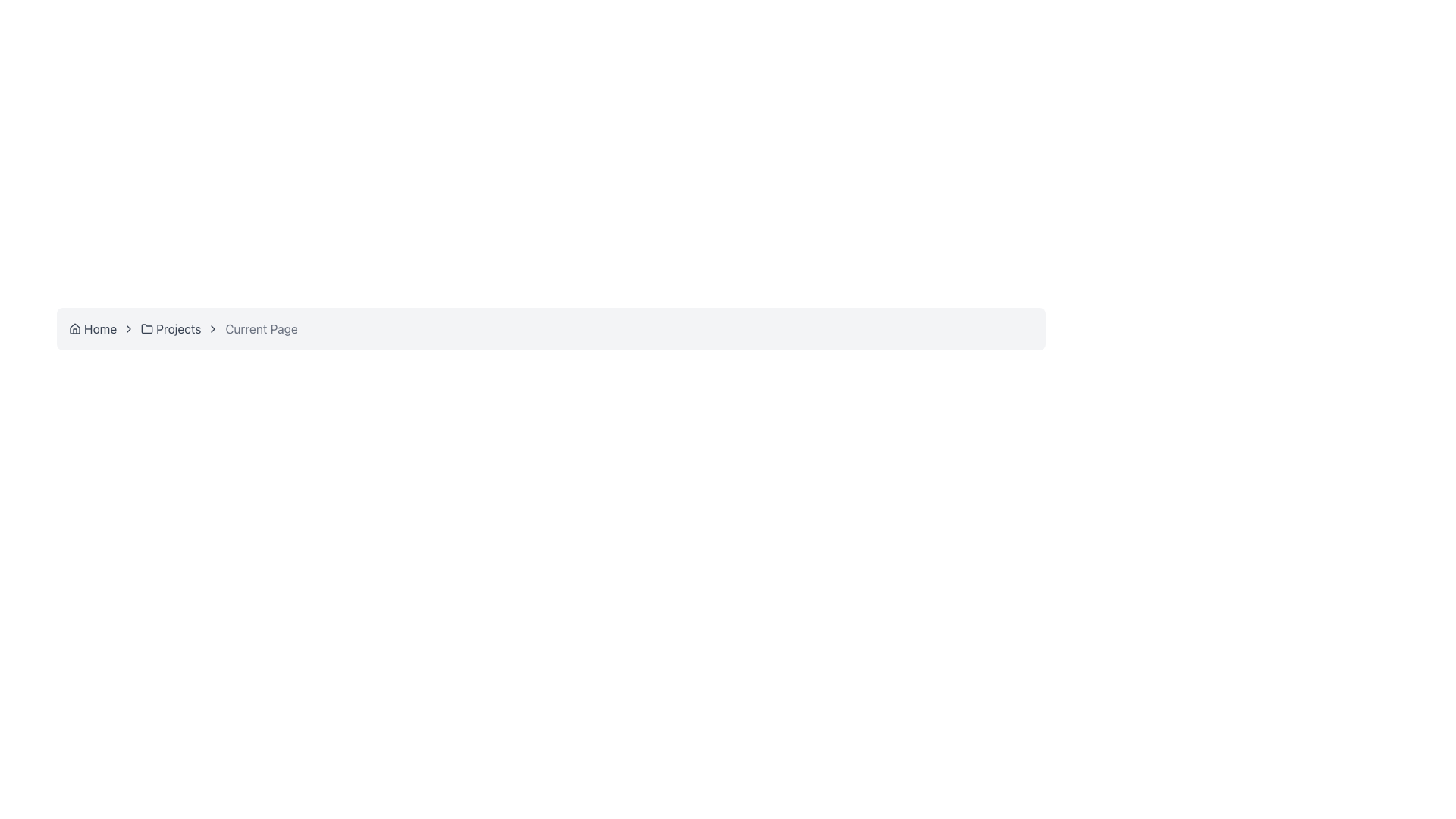 Image resolution: width=1456 pixels, height=819 pixels. I want to click on the non-interactive text label displaying 'Current Page' in the breadcrumb navigation bar, so click(262, 328).